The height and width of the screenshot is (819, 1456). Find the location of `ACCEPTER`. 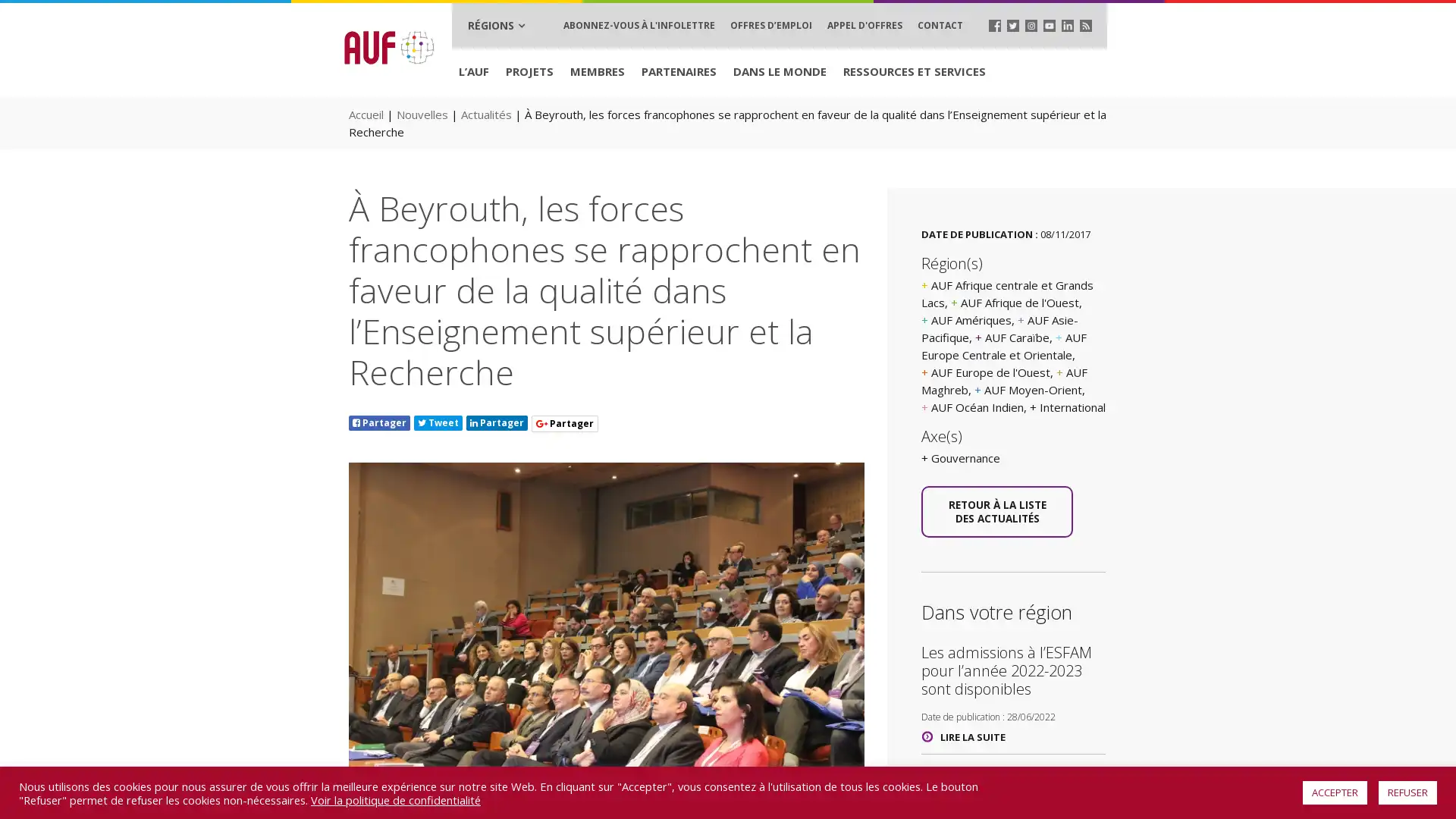

ACCEPTER is located at coordinates (1335, 792).